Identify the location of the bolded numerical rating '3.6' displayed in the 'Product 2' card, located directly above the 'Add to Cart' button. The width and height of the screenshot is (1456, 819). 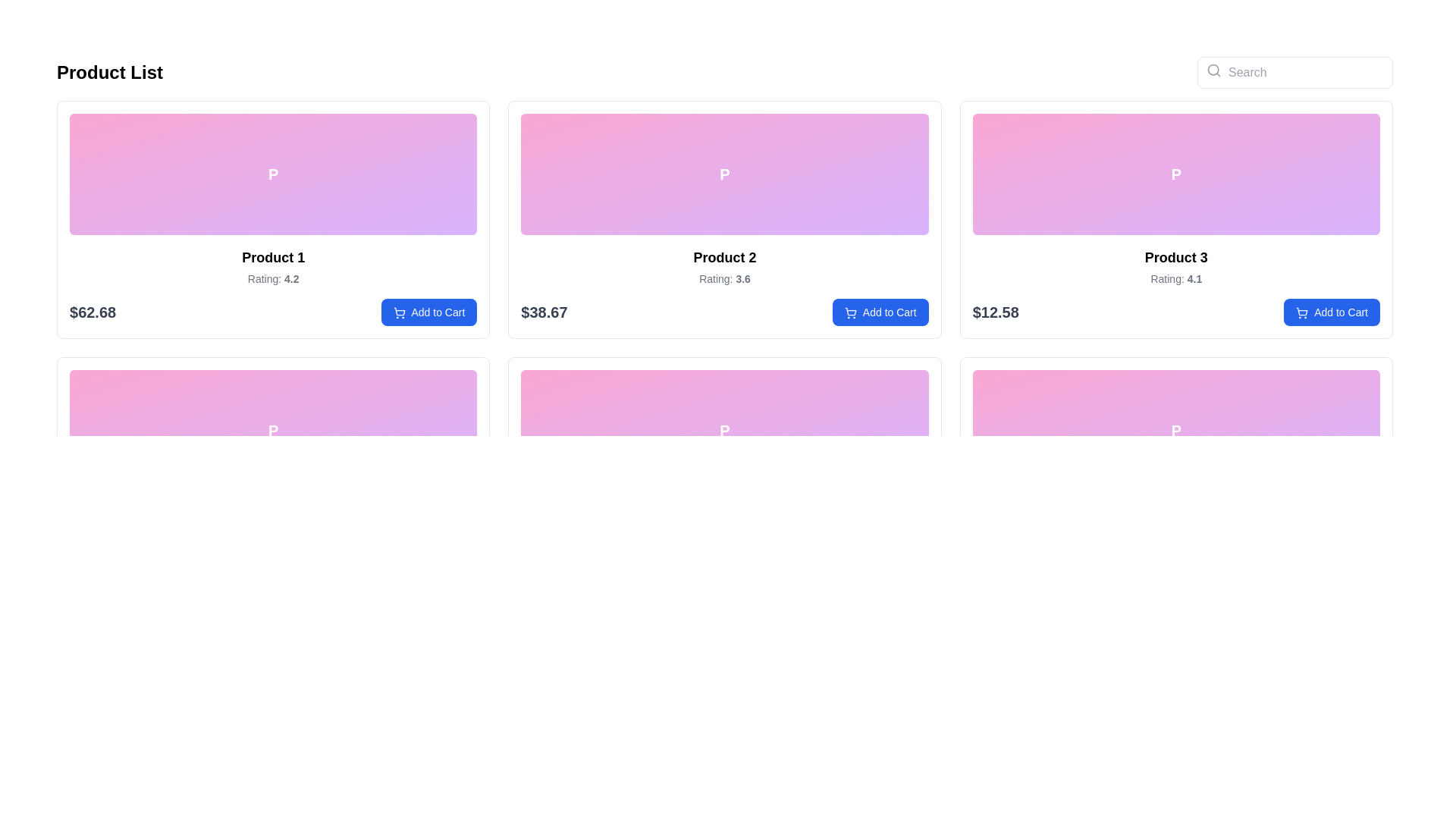
(743, 278).